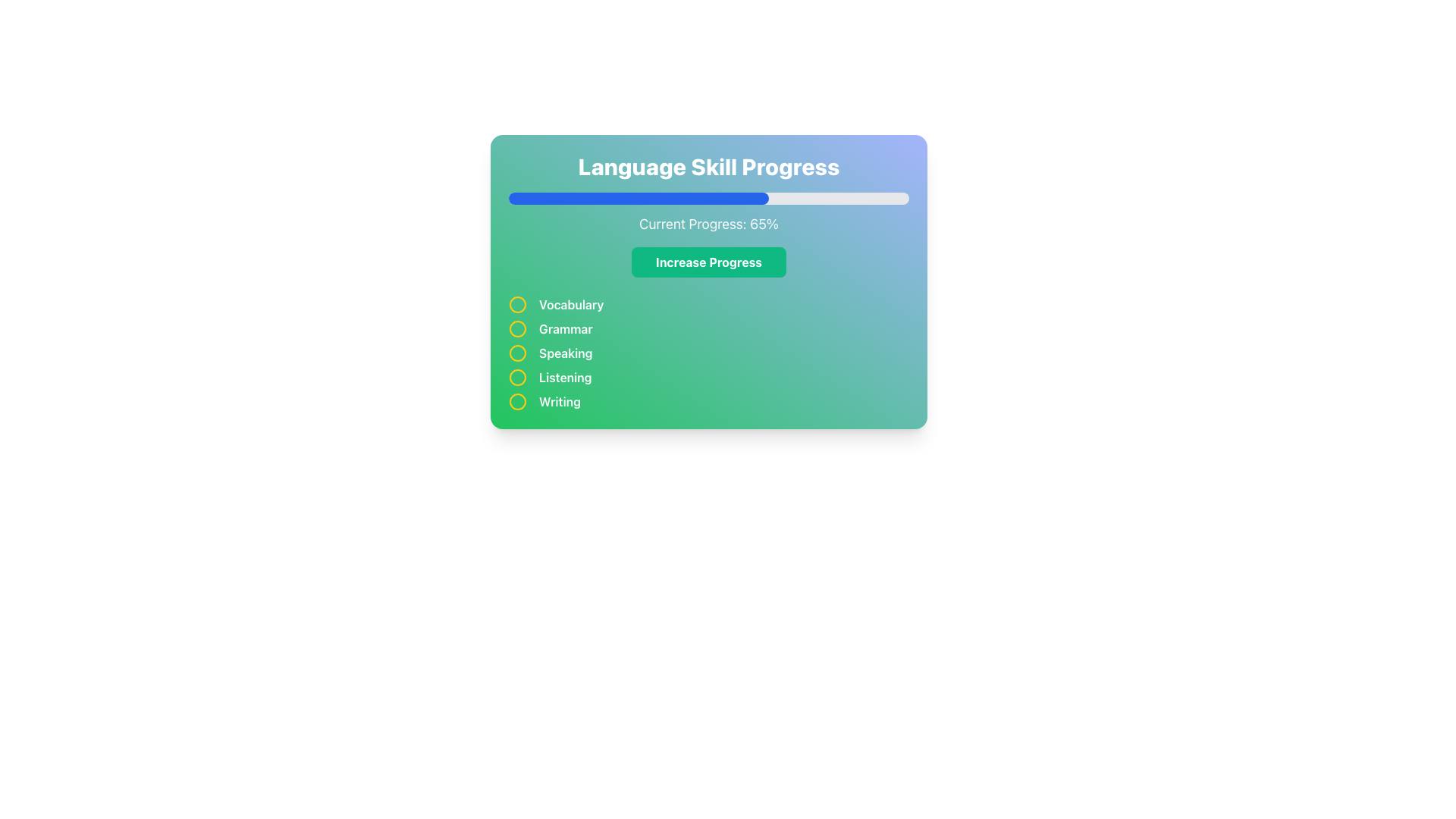 The height and width of the screenshot is (819, 1456). I want to click on the state of the 'Listening' category icon, which is the fourth circle in a vertical list located beneath the 'Listening' label text, so click(517, 376).